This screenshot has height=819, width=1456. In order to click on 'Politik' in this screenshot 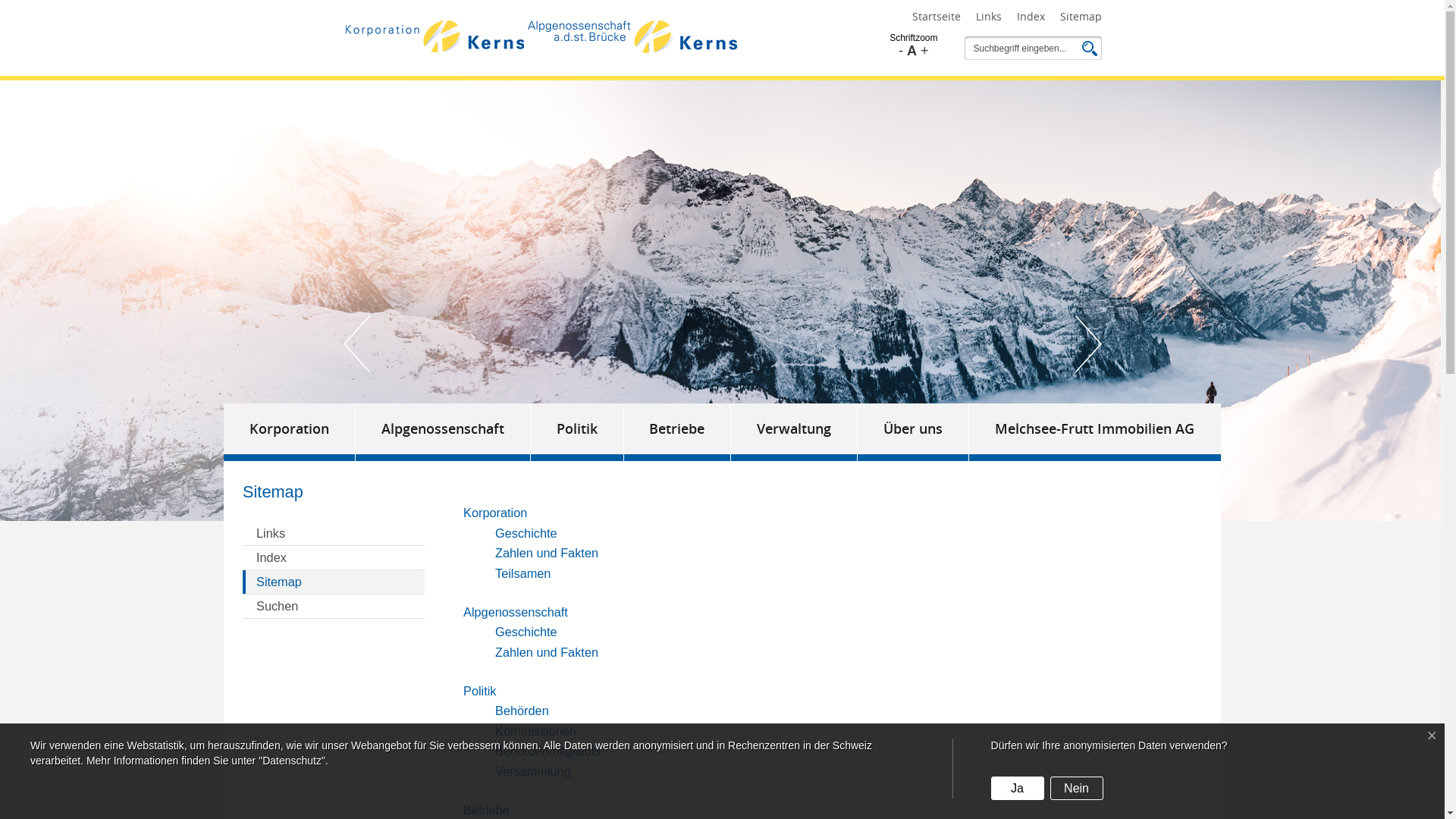, I will do `click(576, 432)`.